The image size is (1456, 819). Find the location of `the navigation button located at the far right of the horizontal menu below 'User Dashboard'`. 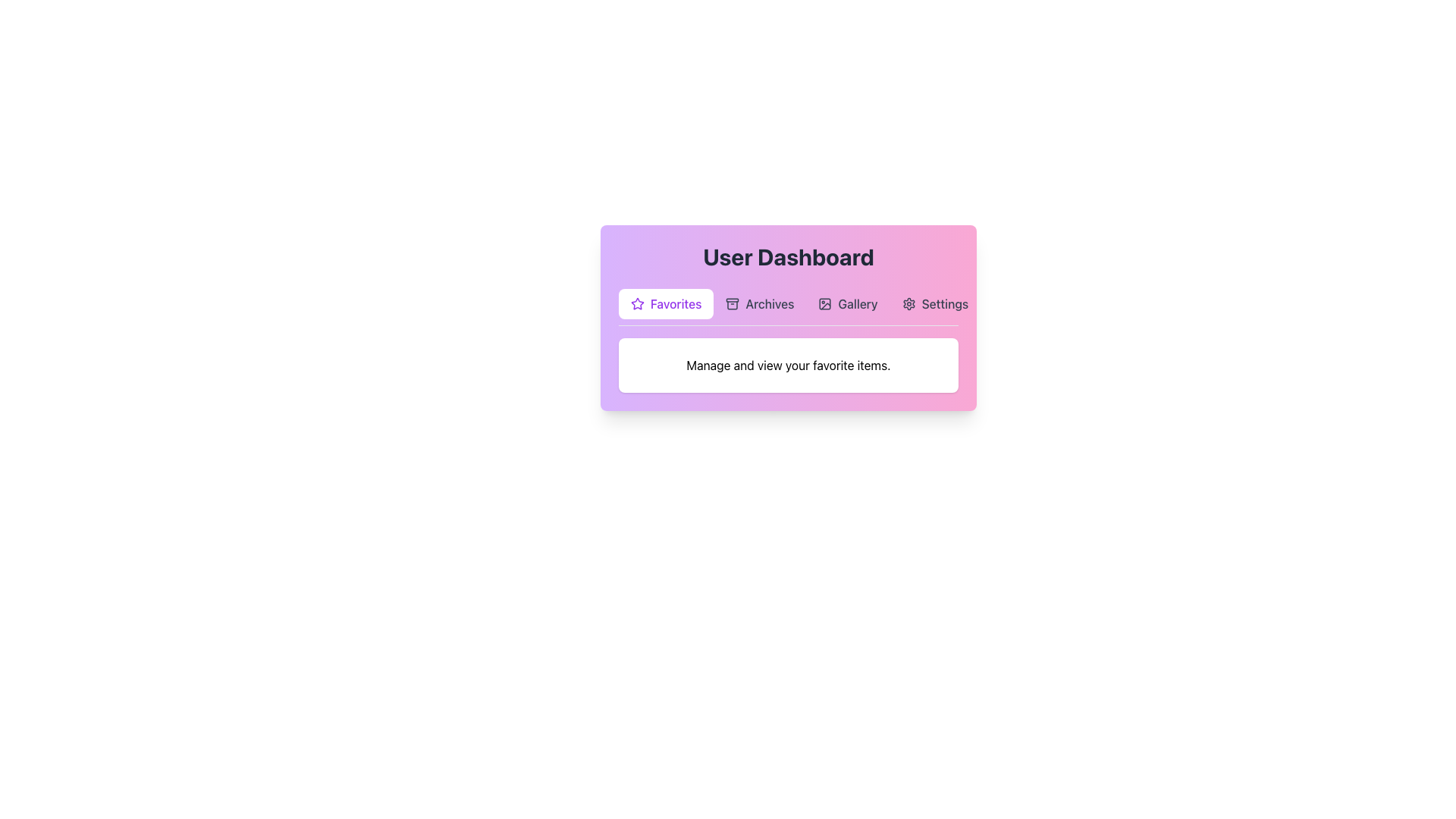

the navigation button located at the far right of the horizontal menu below 'User Dashboard' is located at coordinates (934, 304).